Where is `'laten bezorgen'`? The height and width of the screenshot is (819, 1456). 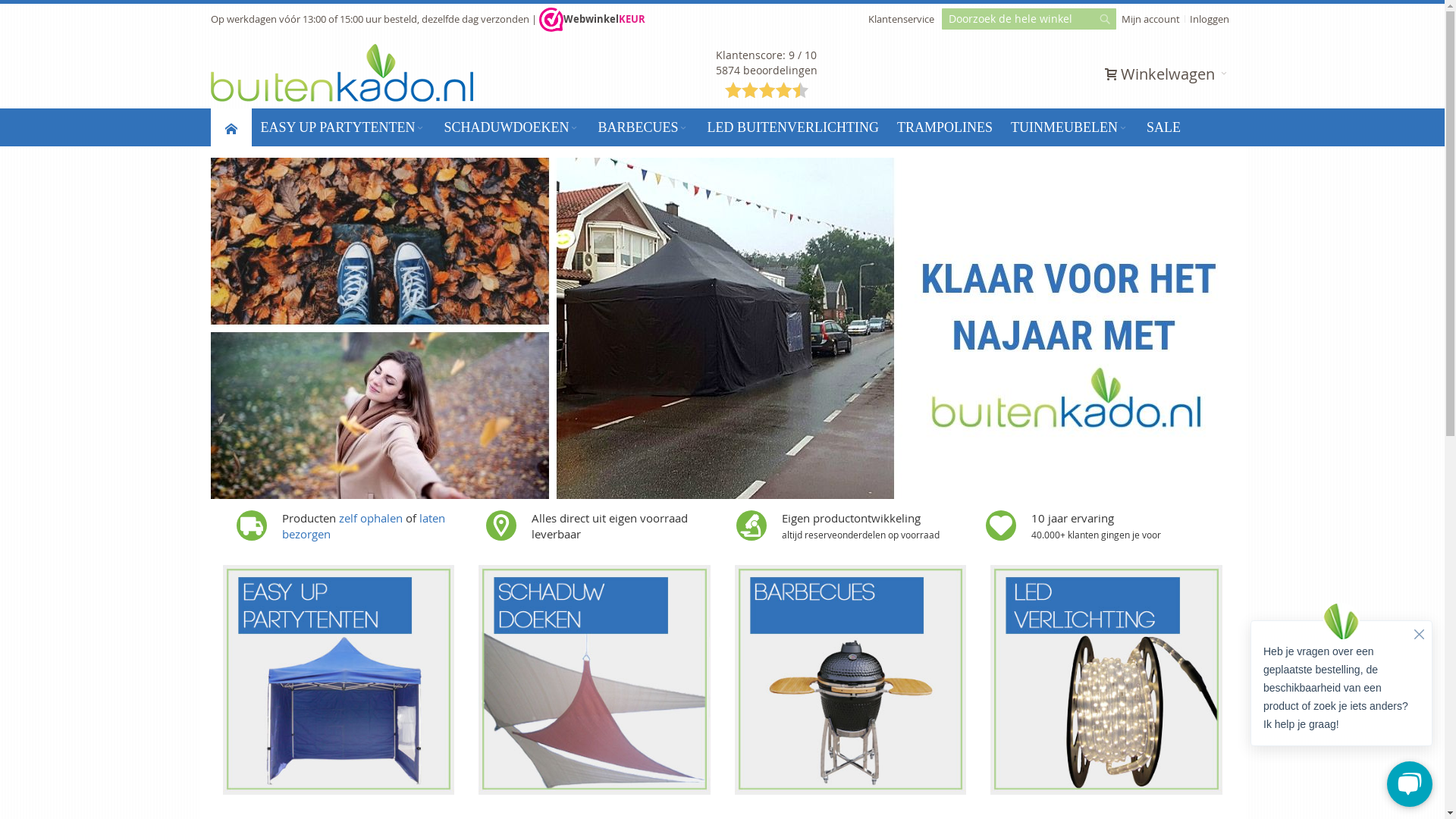 'laten bezorgen' is located at coordinates (362, 525).